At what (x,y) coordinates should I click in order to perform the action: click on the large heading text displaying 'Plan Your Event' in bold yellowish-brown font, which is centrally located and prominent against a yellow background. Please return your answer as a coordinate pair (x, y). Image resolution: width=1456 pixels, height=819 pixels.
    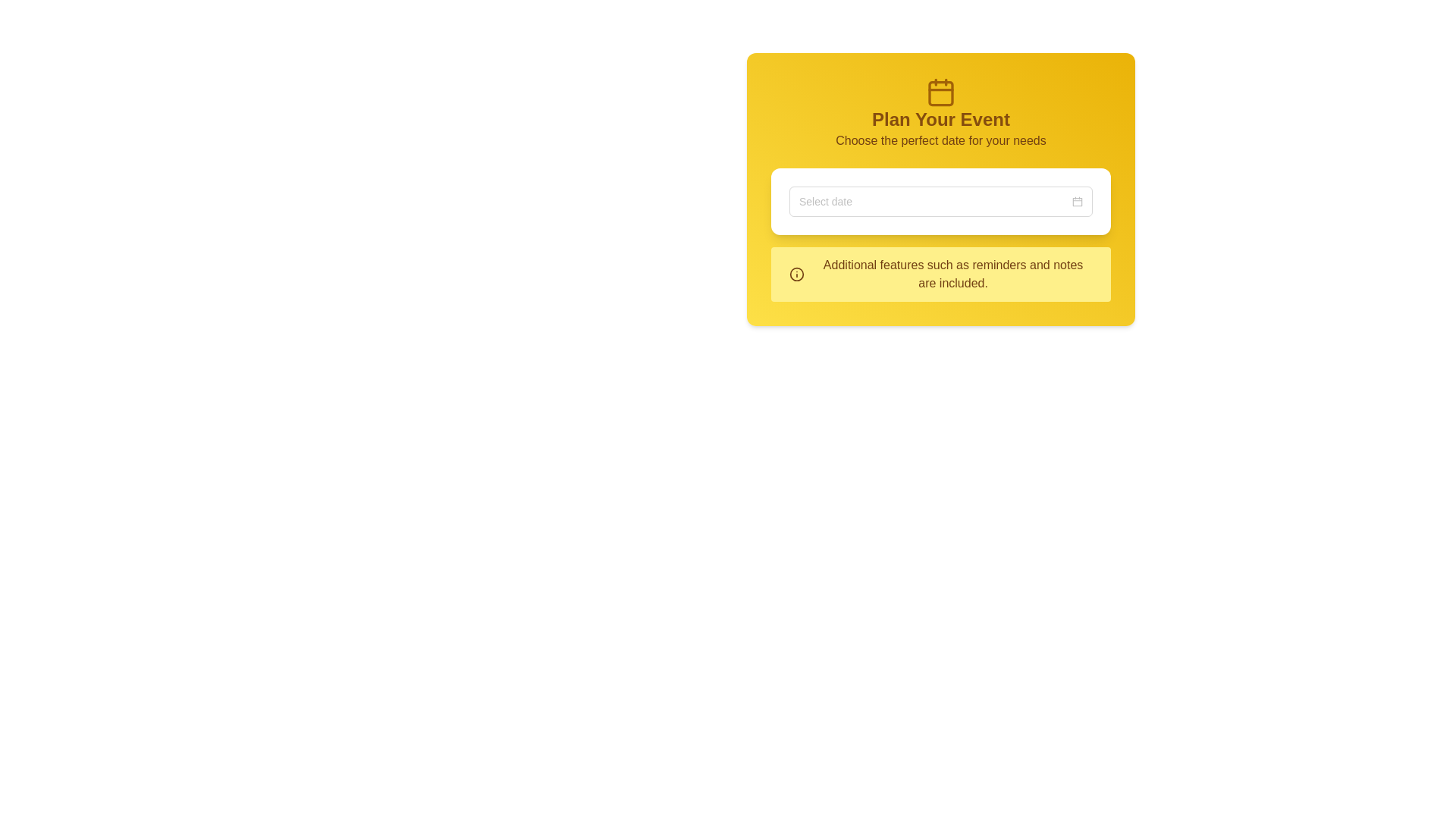
    Looking at the image, I should click on (940, 119).